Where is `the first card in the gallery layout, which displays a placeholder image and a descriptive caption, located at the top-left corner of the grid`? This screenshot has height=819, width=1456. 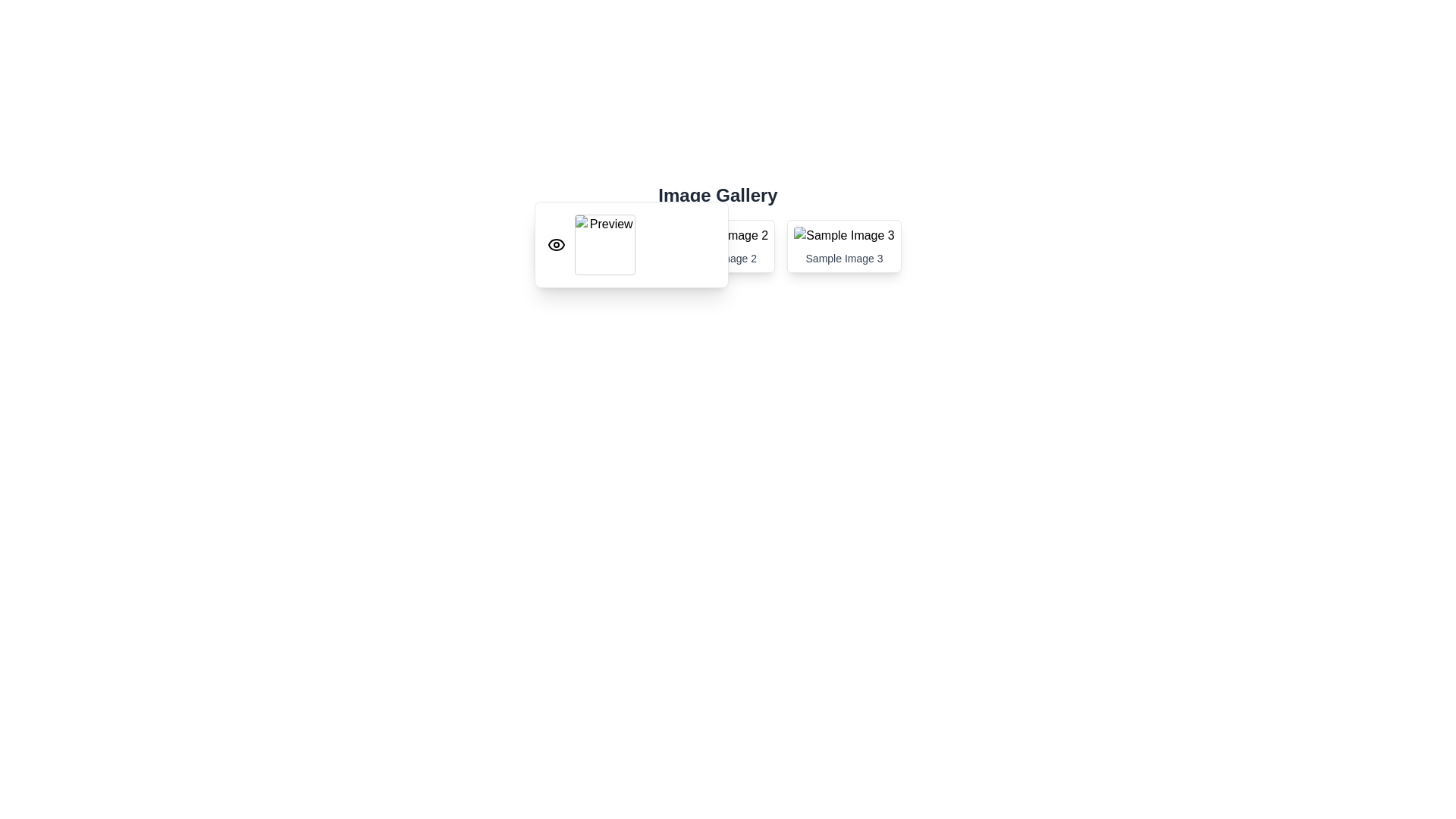
the first card in the gallery layout, which displays a placeholder image and a descriptive caption, located at the top-left corner of the grid is located at coordinates (591, 245).